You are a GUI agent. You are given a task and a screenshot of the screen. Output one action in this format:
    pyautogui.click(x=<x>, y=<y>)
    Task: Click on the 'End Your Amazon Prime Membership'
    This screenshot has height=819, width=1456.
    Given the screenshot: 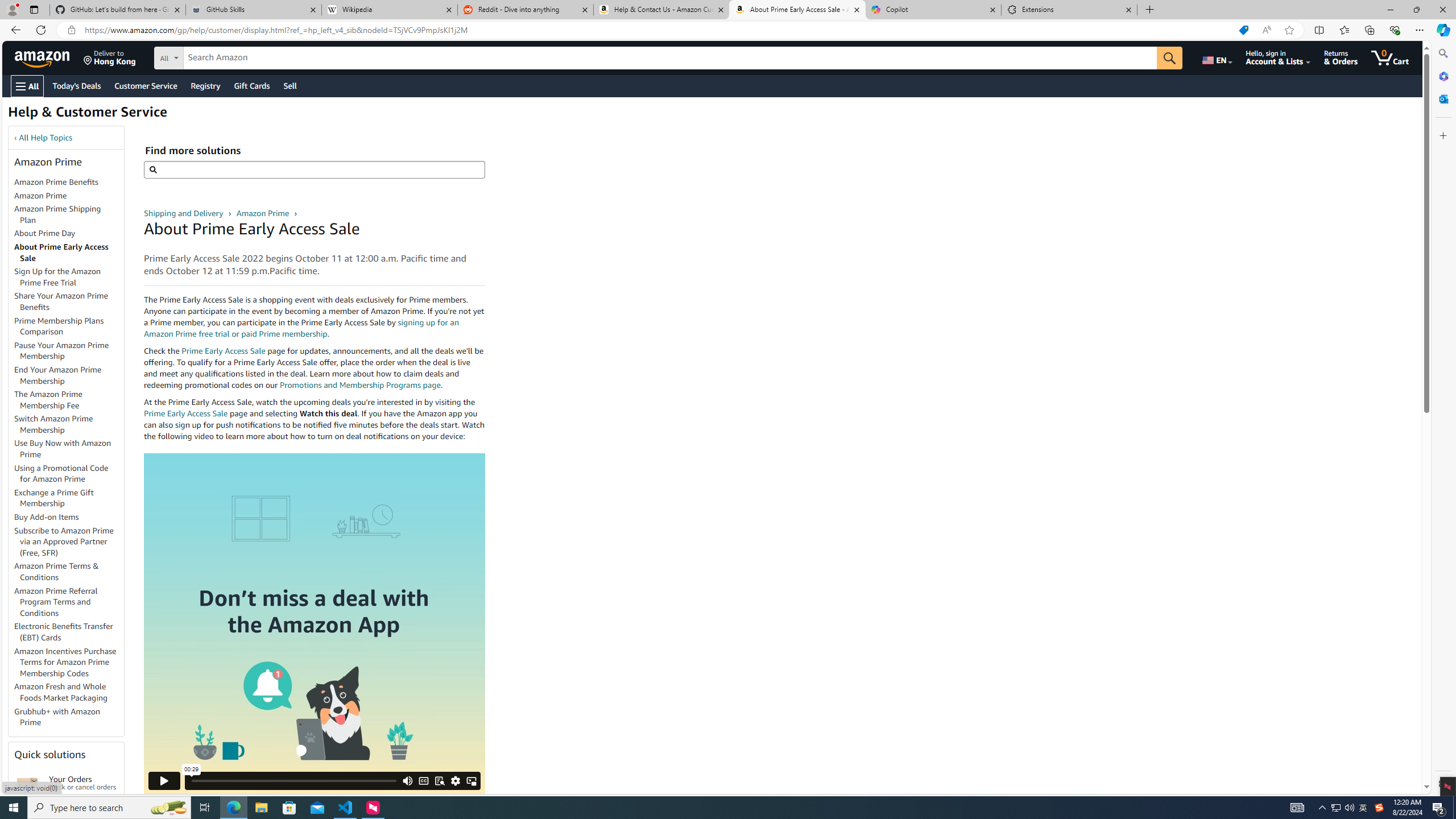 What is the action you would take?
    pyautogui.click(x=57, y=374)
    